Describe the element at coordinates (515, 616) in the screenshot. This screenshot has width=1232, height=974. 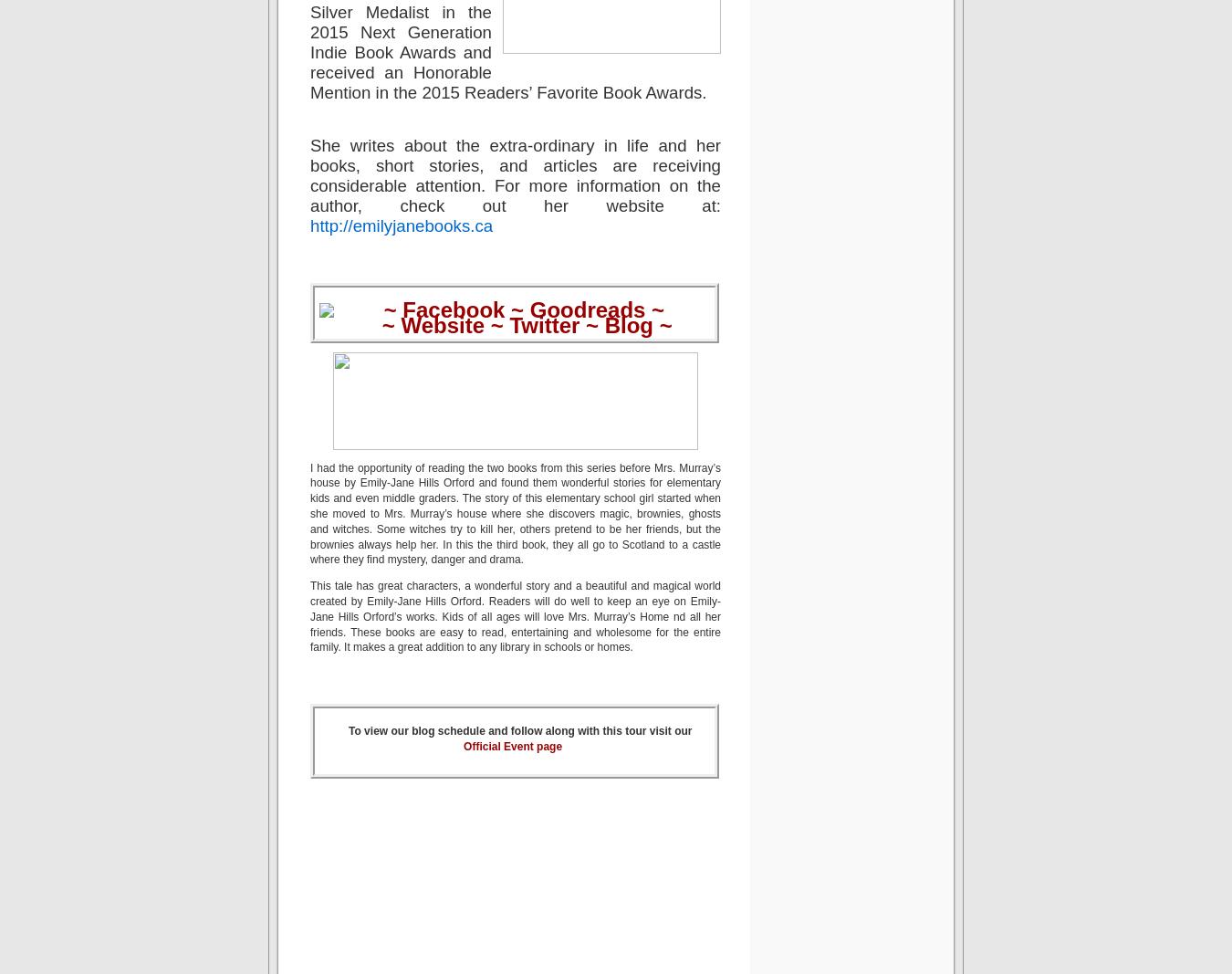
I see `'This tale has great characters, a wonderful story and a beautiful and magical world created by Emily-Jane Hills Orford. Readers will do well to keep an eye on Emily-Jane Hills Orford’s works. Kids of all ages will love Mrs. Murray’s Home nd all her friends. These books are easy to read, entertaining and wholesome for the entire family. It makes a great addition to any library in schools or homes.'` at that location.